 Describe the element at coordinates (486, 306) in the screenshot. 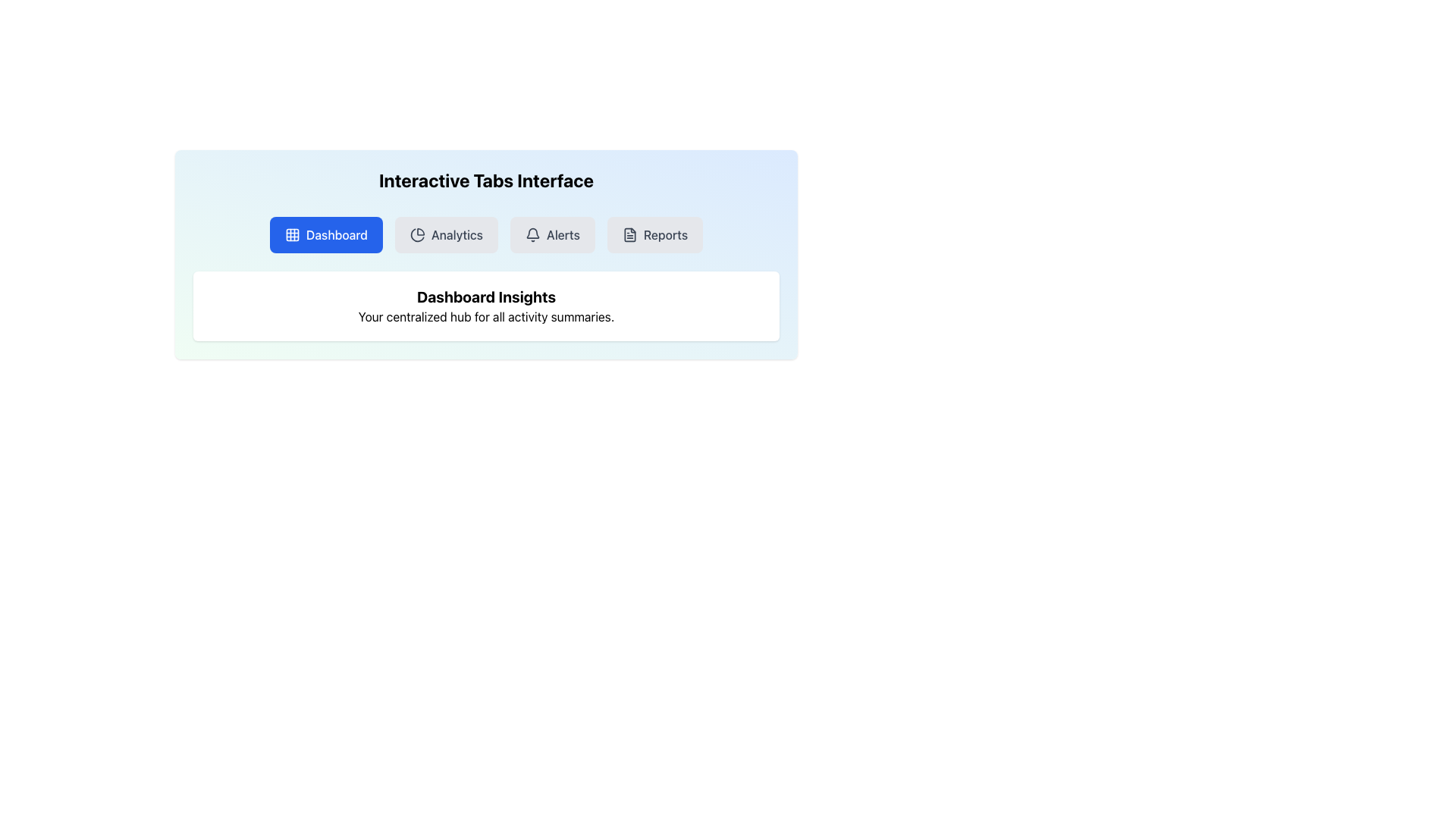

I see `text element displaying the title 'Dashboard Insights' and subtitle 'Your centralized hub for all activity summaries.' located at the center bottom of the interface's main section, below the blue 'Dashboard' button` at that location.